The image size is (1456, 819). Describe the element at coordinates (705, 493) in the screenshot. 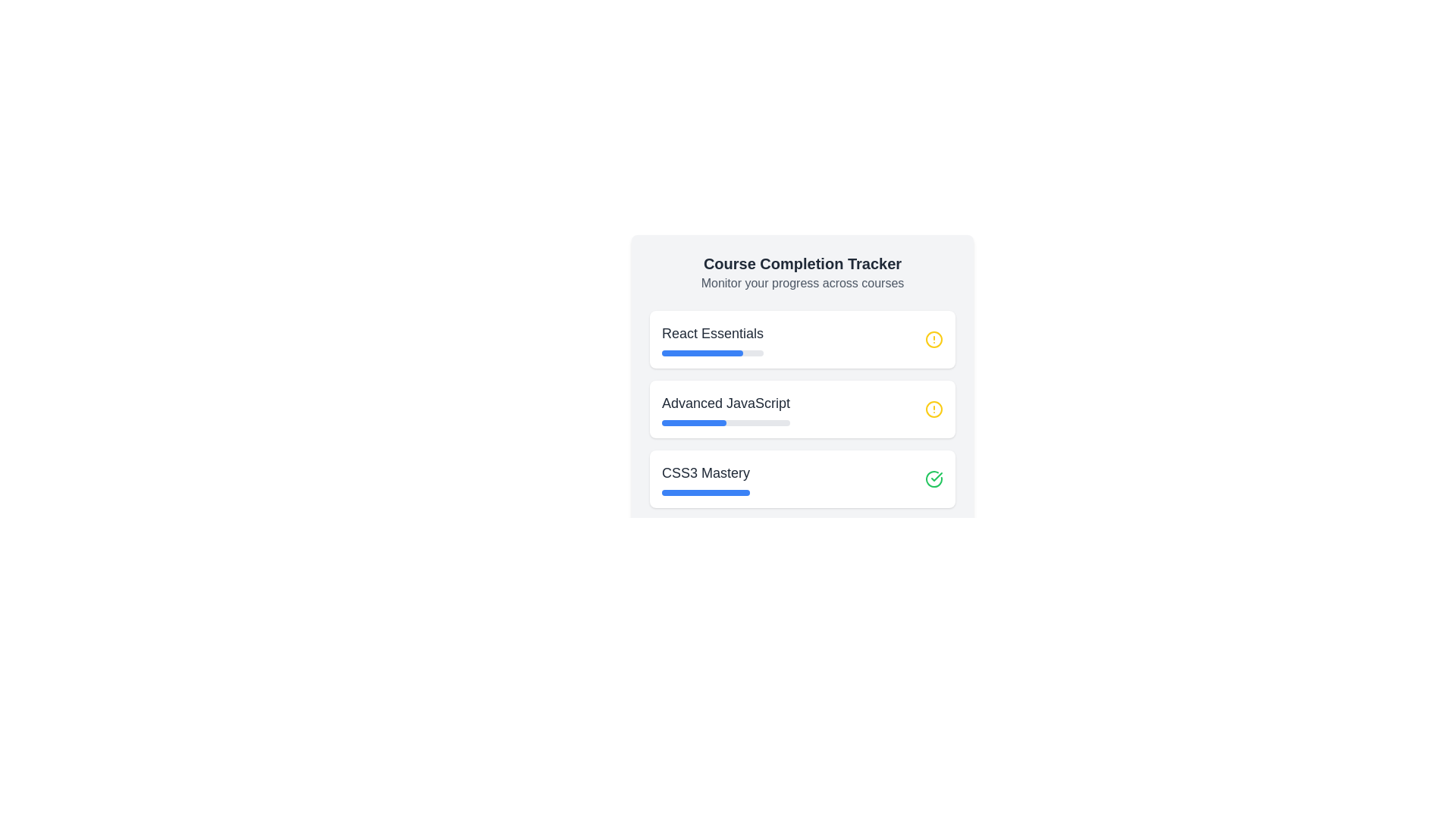

I see `current progress value of the progress bar for the 'CSS3 Mastery' course, which is located horizontally below the course title in the course progress card` at that location.